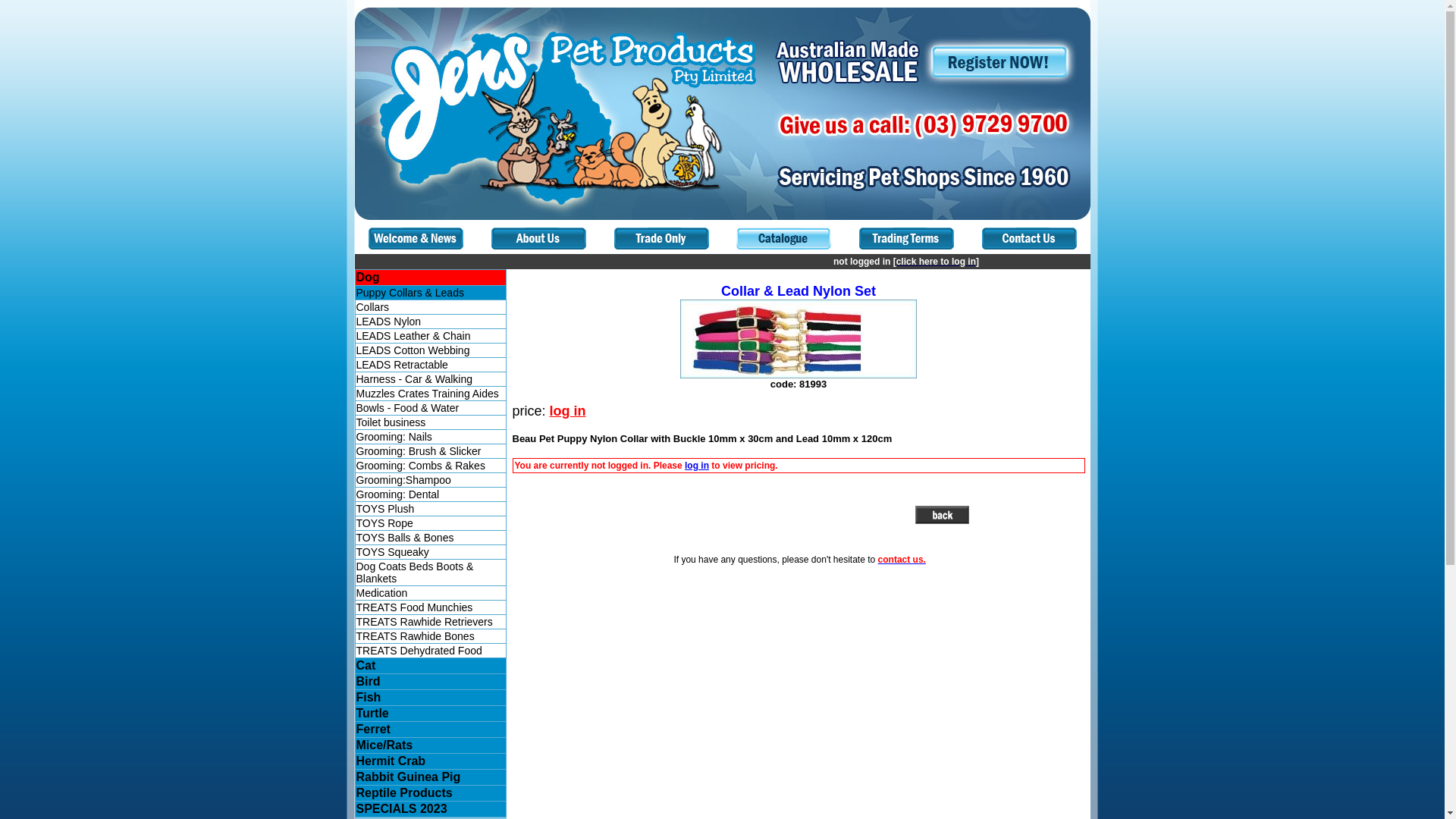 The height and width of the screenshot is (819, 1456). Describe the element at coordinates (419, 649) in the screenshot. I see `'TREATS Dehydrated Food'` at that location.